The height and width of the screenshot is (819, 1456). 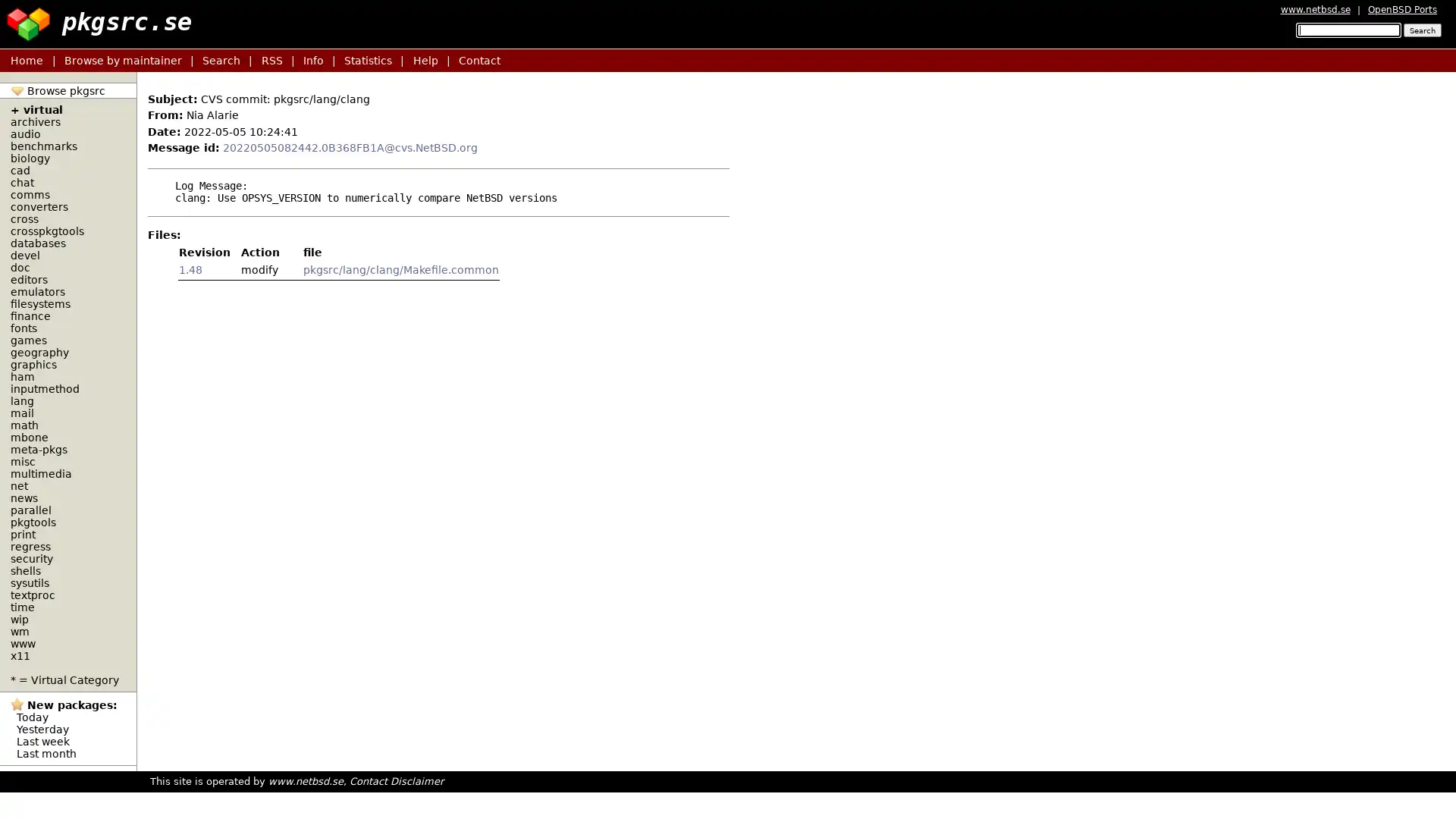 I want to click on Search, so click(x=1421, y=30).